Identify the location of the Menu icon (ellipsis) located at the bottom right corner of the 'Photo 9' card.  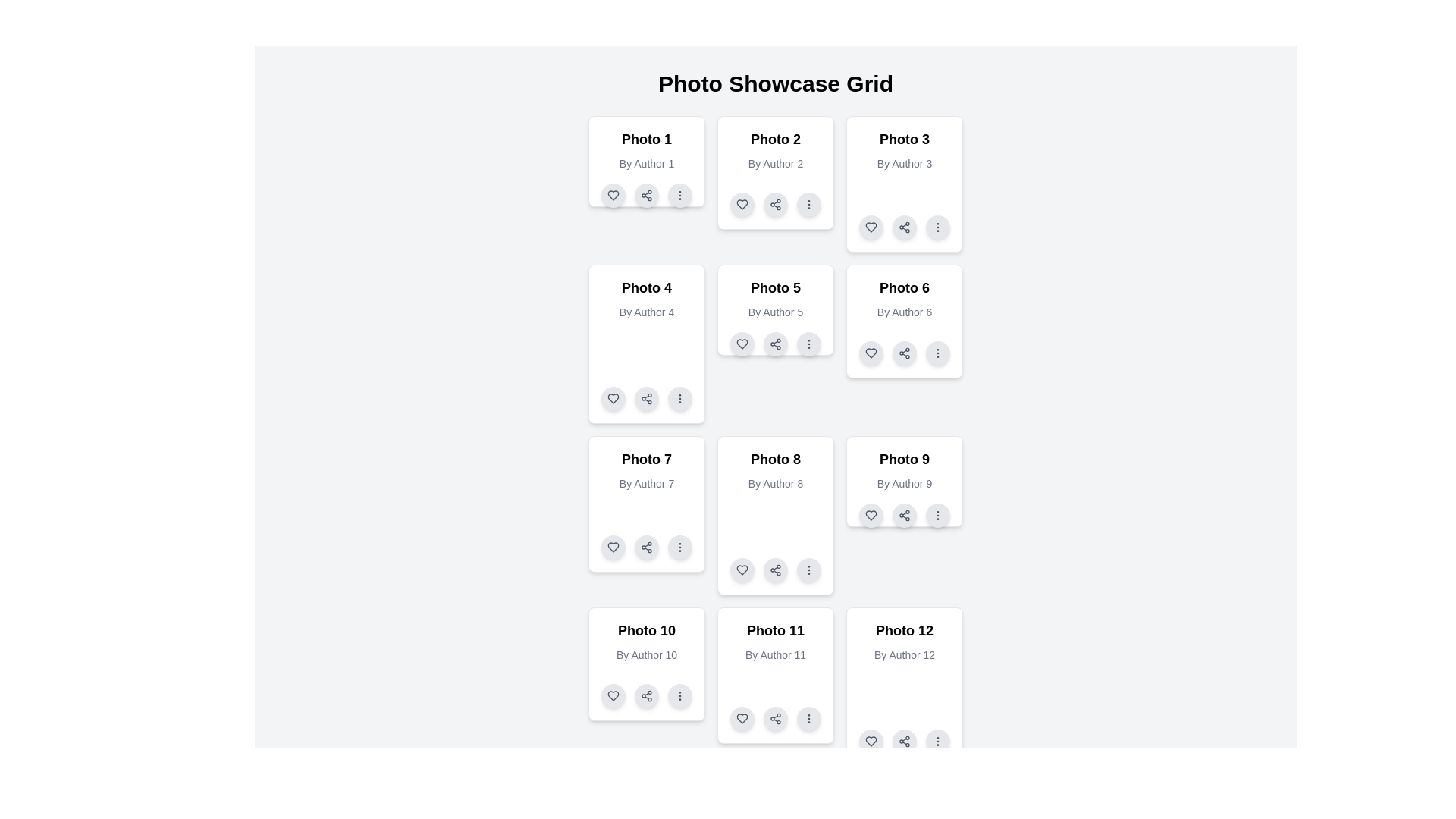
(937, 514).